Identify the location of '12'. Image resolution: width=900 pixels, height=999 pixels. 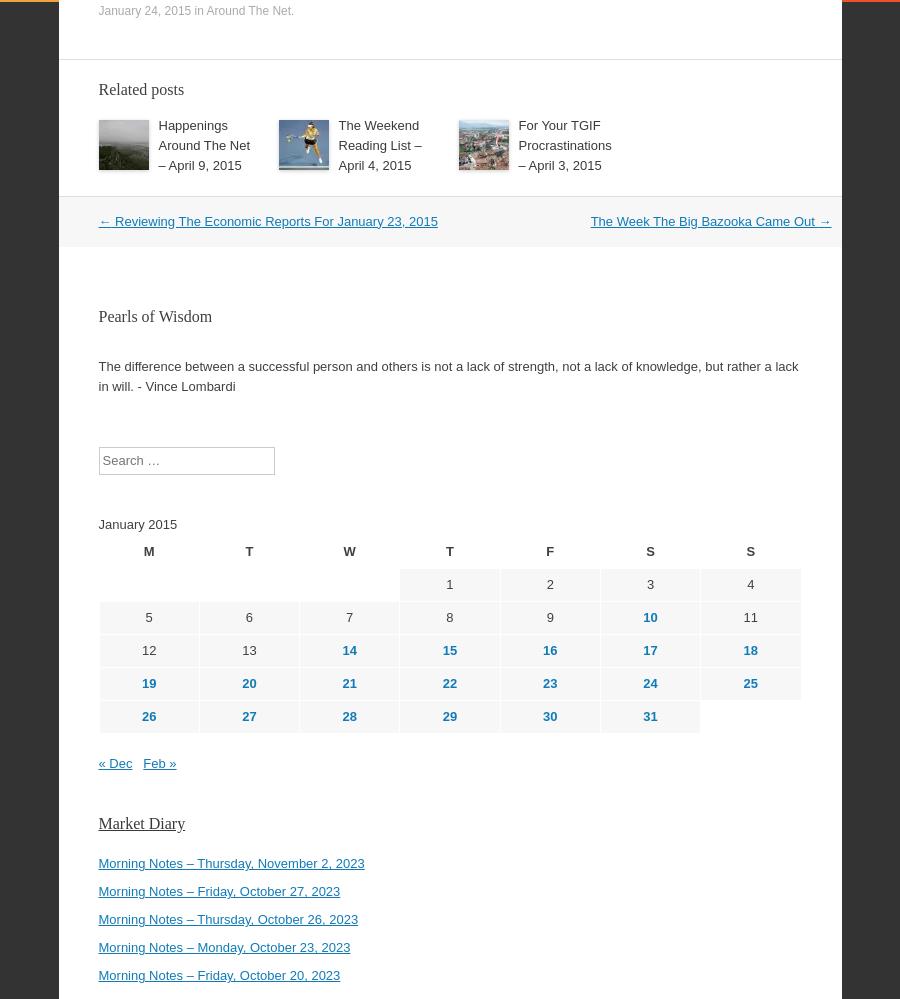
(148, 595).